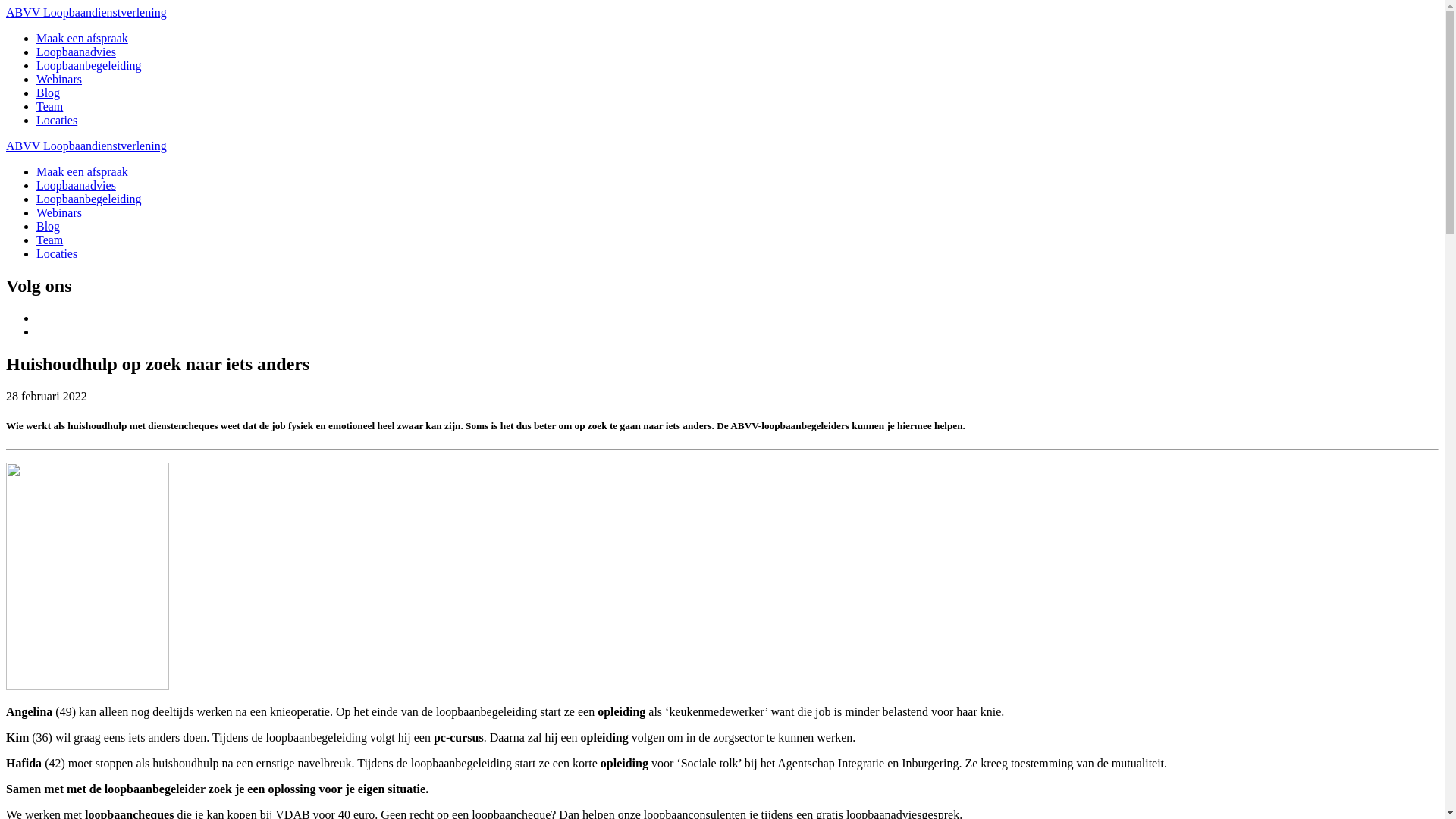 The width and height of the screenshot is (1456, 819). I want to click on 'Blog', so click(48, 226).